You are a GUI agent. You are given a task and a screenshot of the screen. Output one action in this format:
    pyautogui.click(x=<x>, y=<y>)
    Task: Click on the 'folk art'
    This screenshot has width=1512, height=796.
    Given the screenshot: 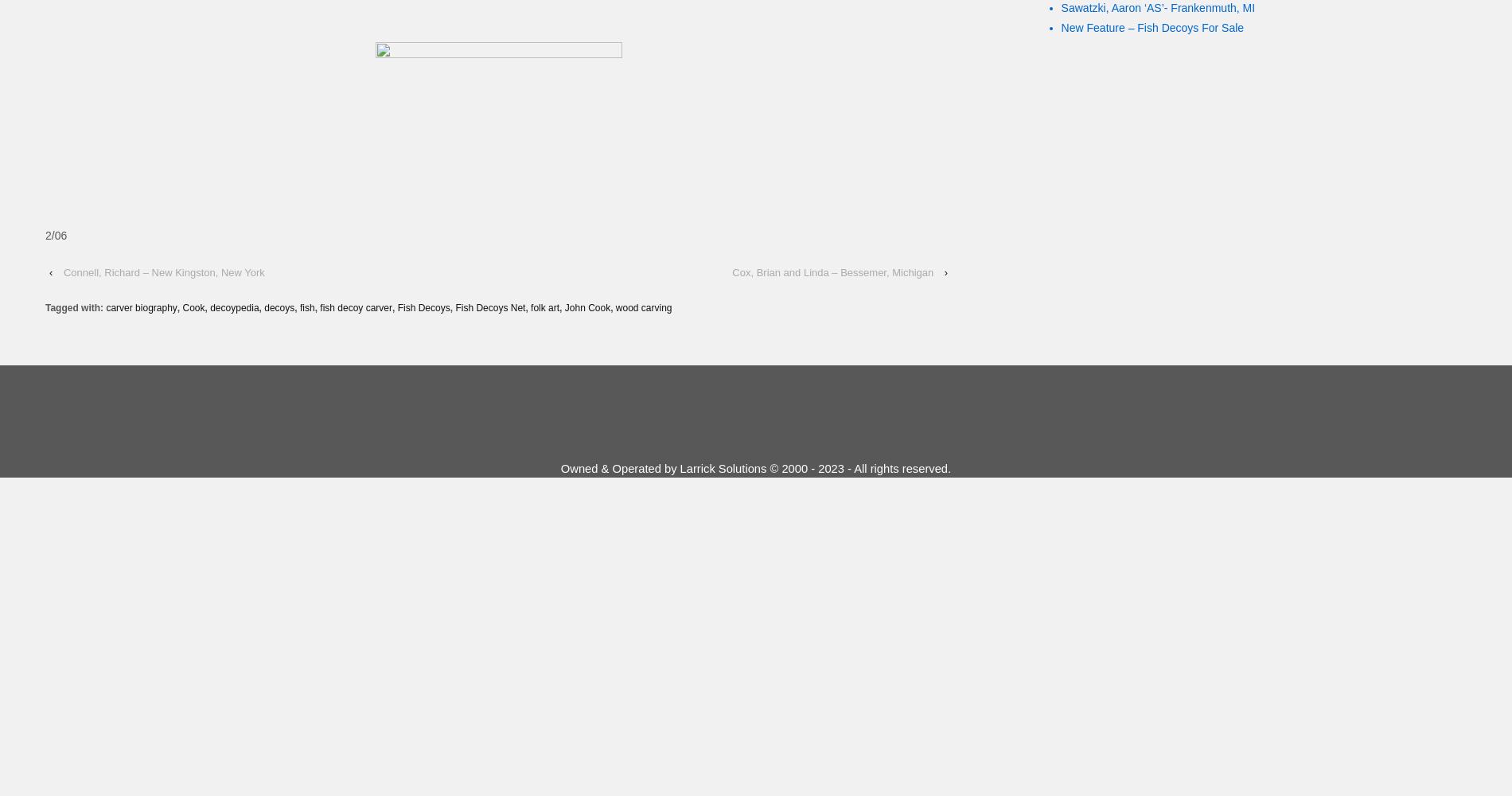 What is the action you would take?
    pyautogui.click(x=544, y=308)
    